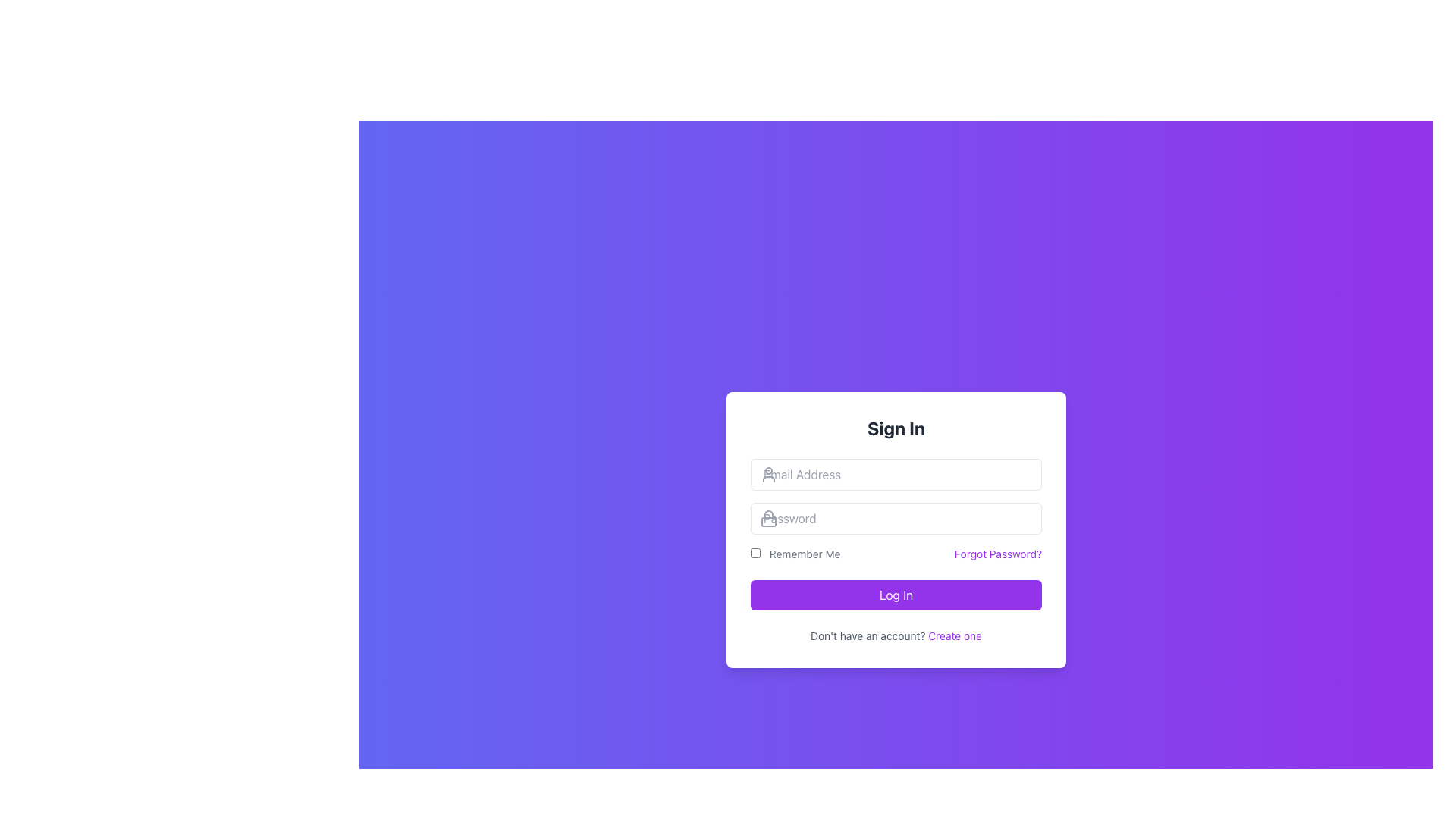  Describe the element at coordinates (954, 635) in the screenshot. I see `the hyperlink that allows users to create a new account, located in the bottom center of the interface below the 'Log In' button` at that location.